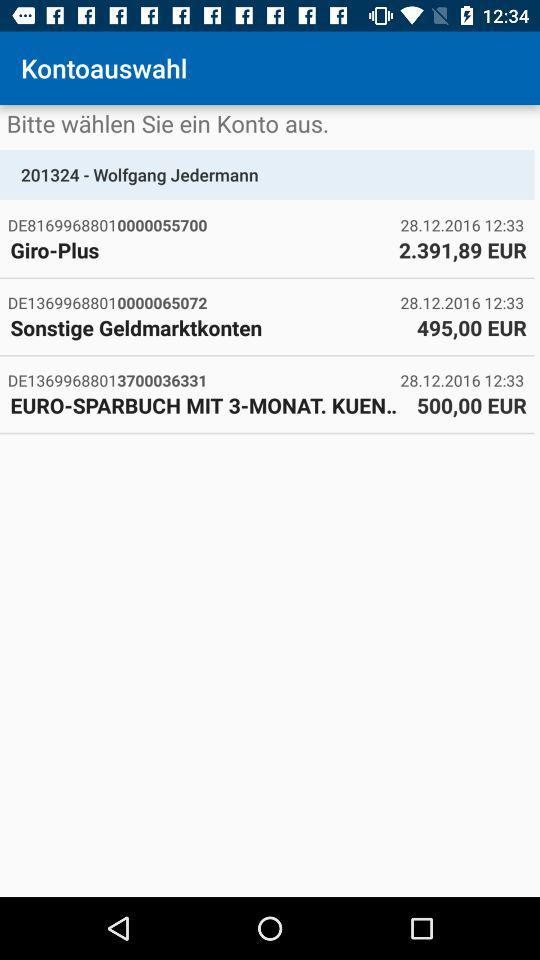  What do you see at coordinates (203, 225) in the screenshot?
I see `de81699688010000055700` at bounding box center [203, 225].